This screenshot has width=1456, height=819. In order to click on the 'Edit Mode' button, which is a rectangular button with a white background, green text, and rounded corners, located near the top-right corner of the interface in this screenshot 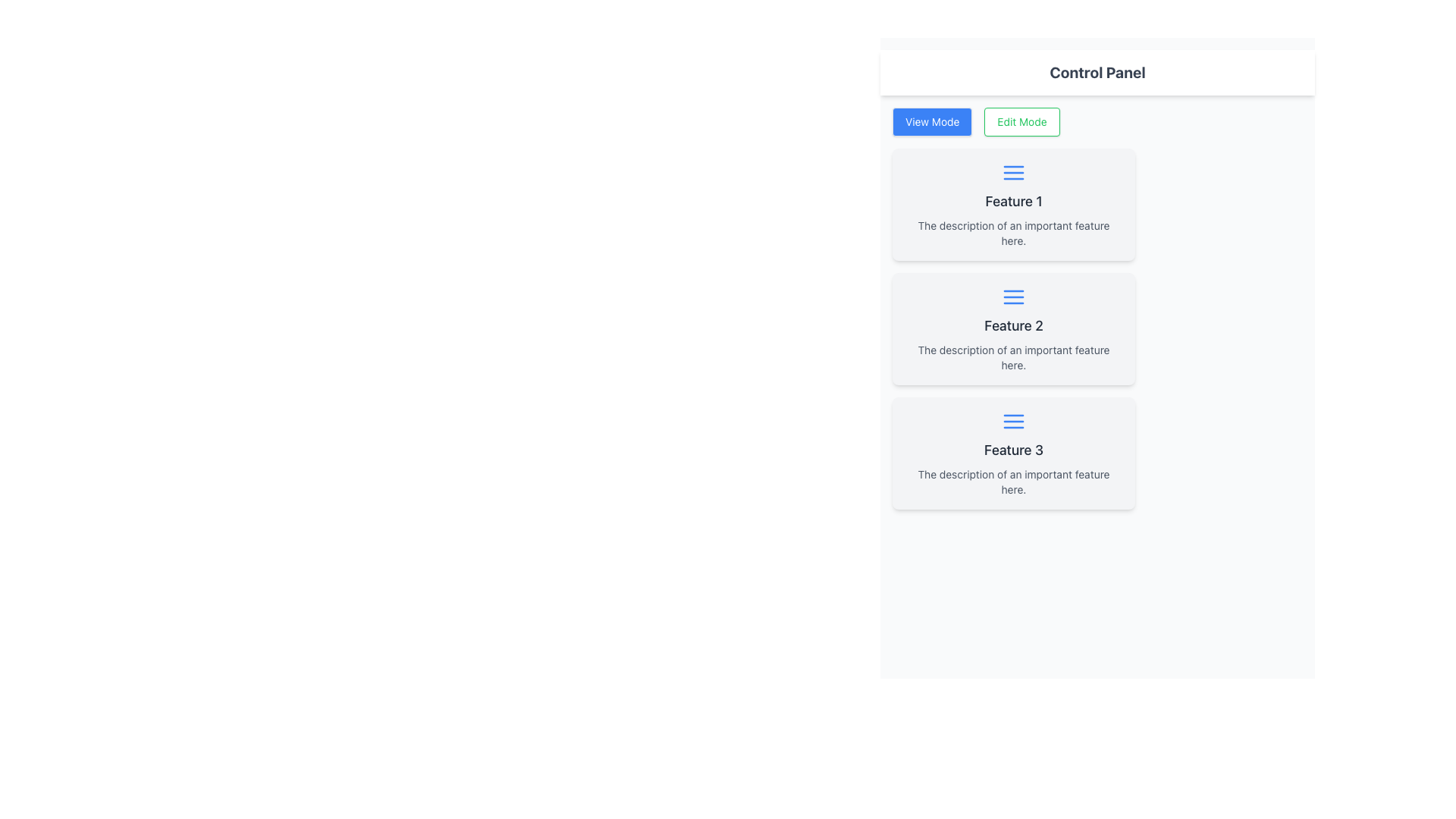, I will do `click(1022, 121)`.